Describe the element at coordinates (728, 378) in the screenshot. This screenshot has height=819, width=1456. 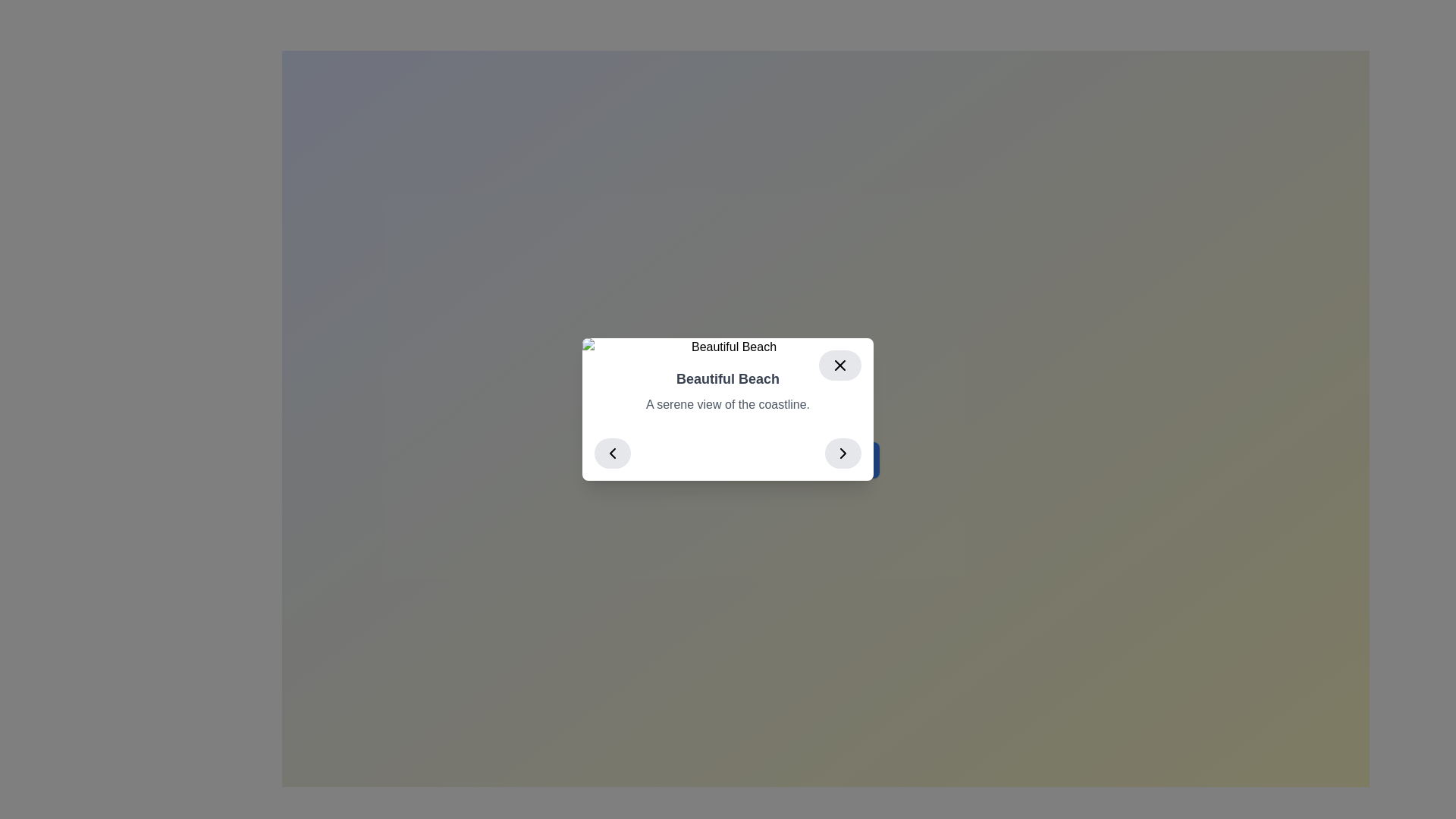
I see `the 'Beautiful Beach' text label, which is styled in bold and dark gray color, located at the top of a small dialog box with a white background` at that location.